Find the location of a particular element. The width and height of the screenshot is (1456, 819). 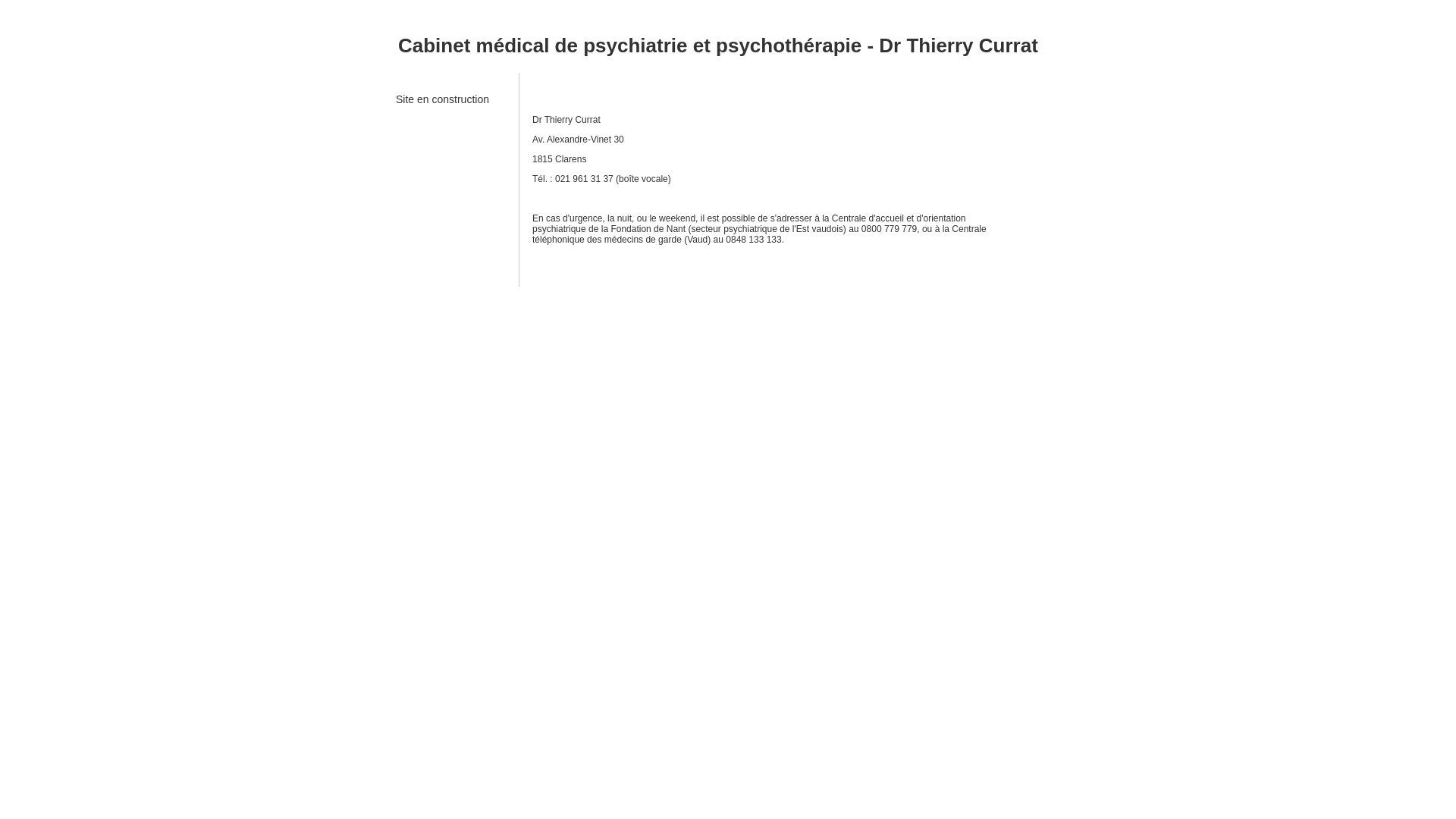

'Site en construction' is located at coordinates (396, 104).